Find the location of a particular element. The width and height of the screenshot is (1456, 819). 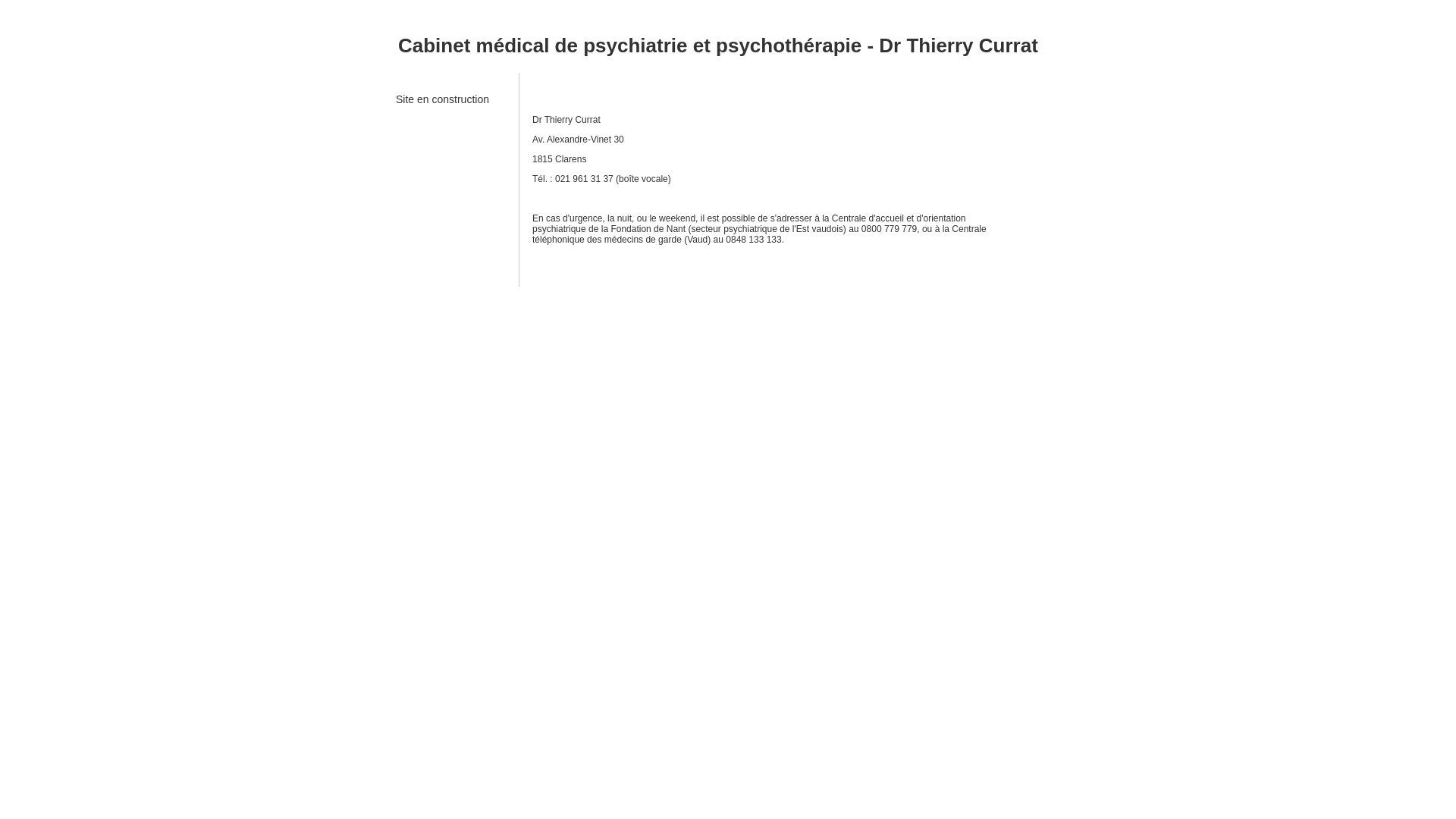

'Site en construction' is located at coordinates (396, 104).